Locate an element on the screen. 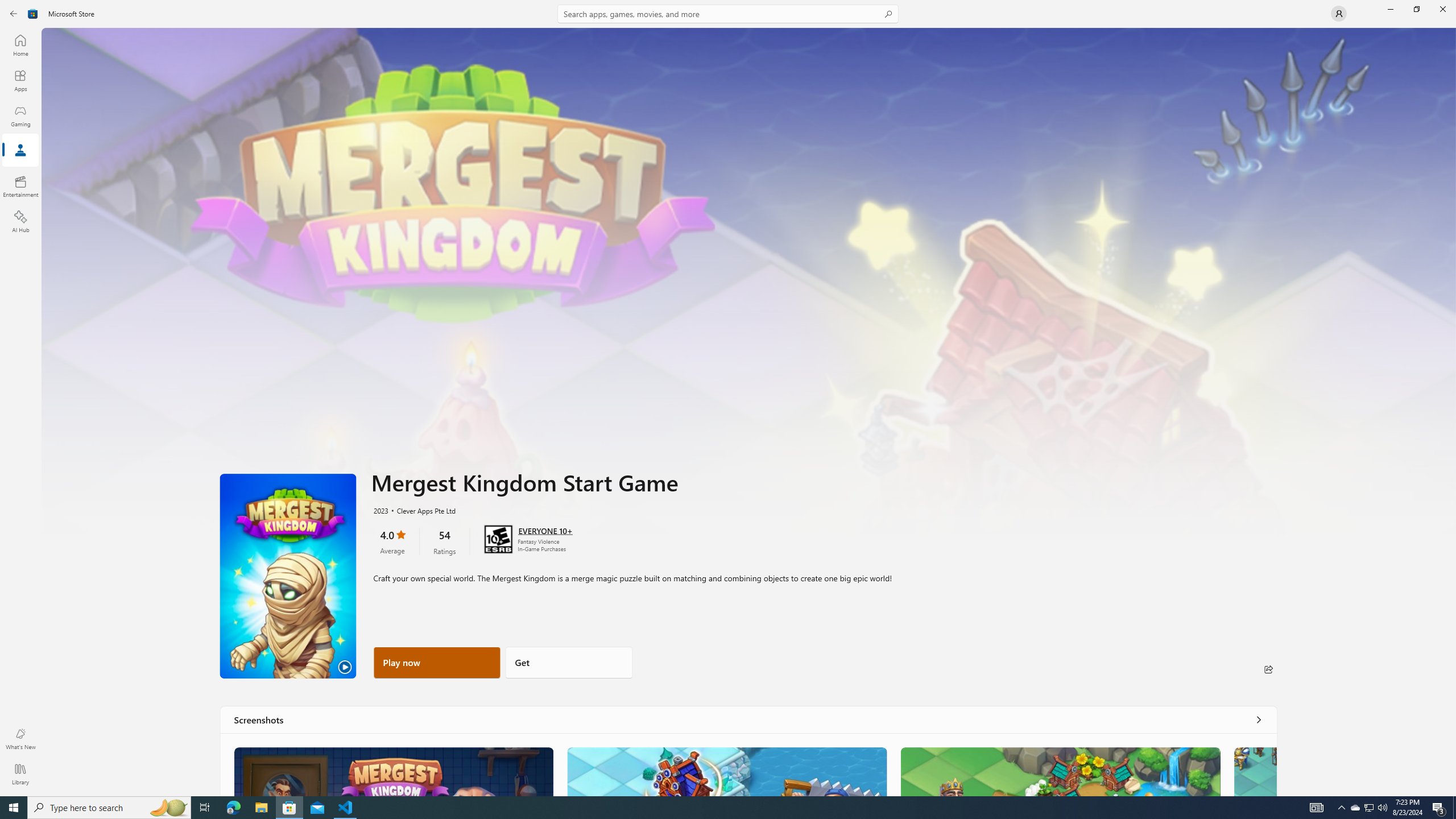 The image size is (1456, 819). 'Screenshot 2' is located at coordinates (726, 771).